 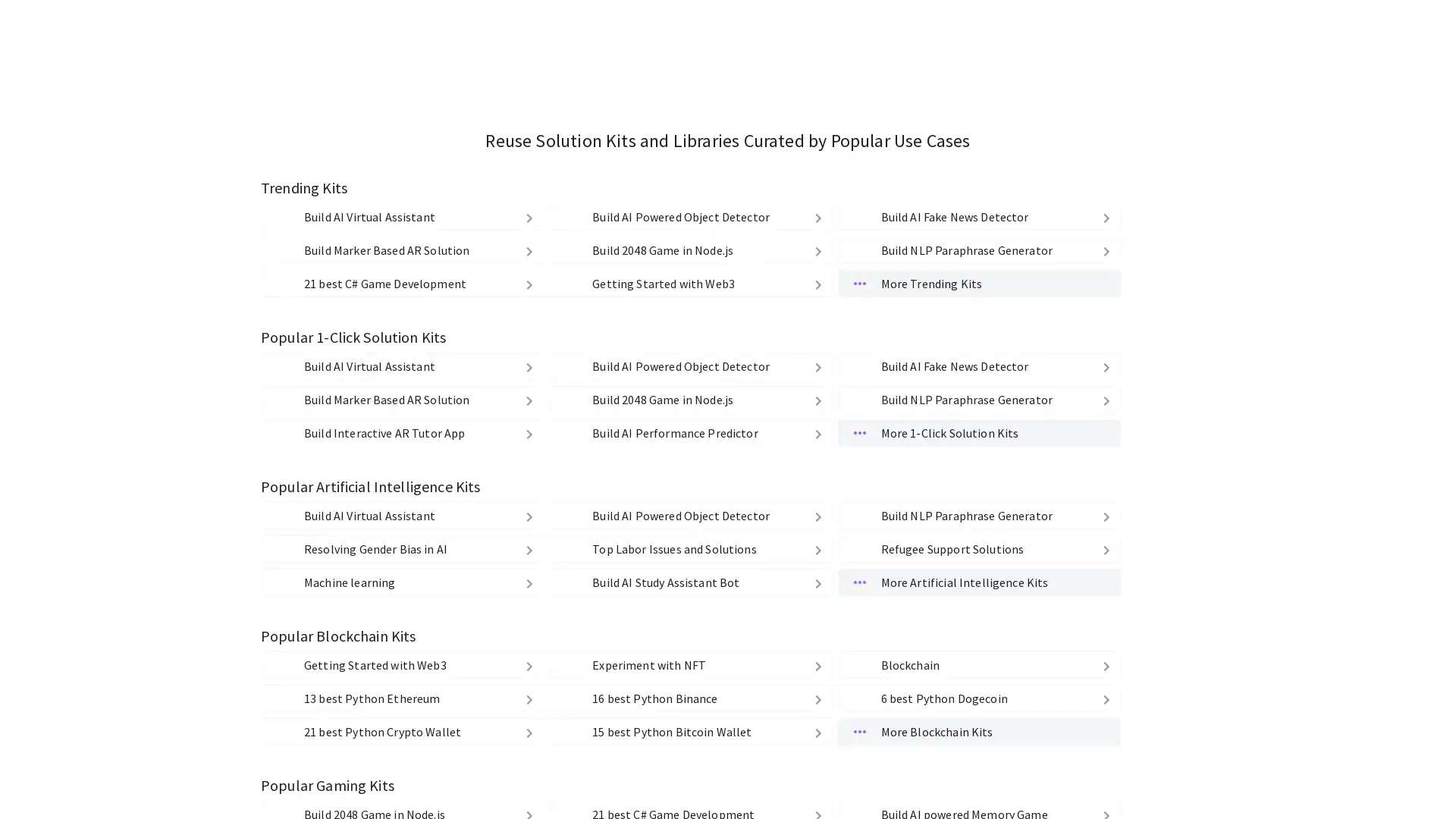 What do you see at coordinates (399, 447) in the screenshot?
I see `Weak Copyleft` at bounding box center [399, 447].